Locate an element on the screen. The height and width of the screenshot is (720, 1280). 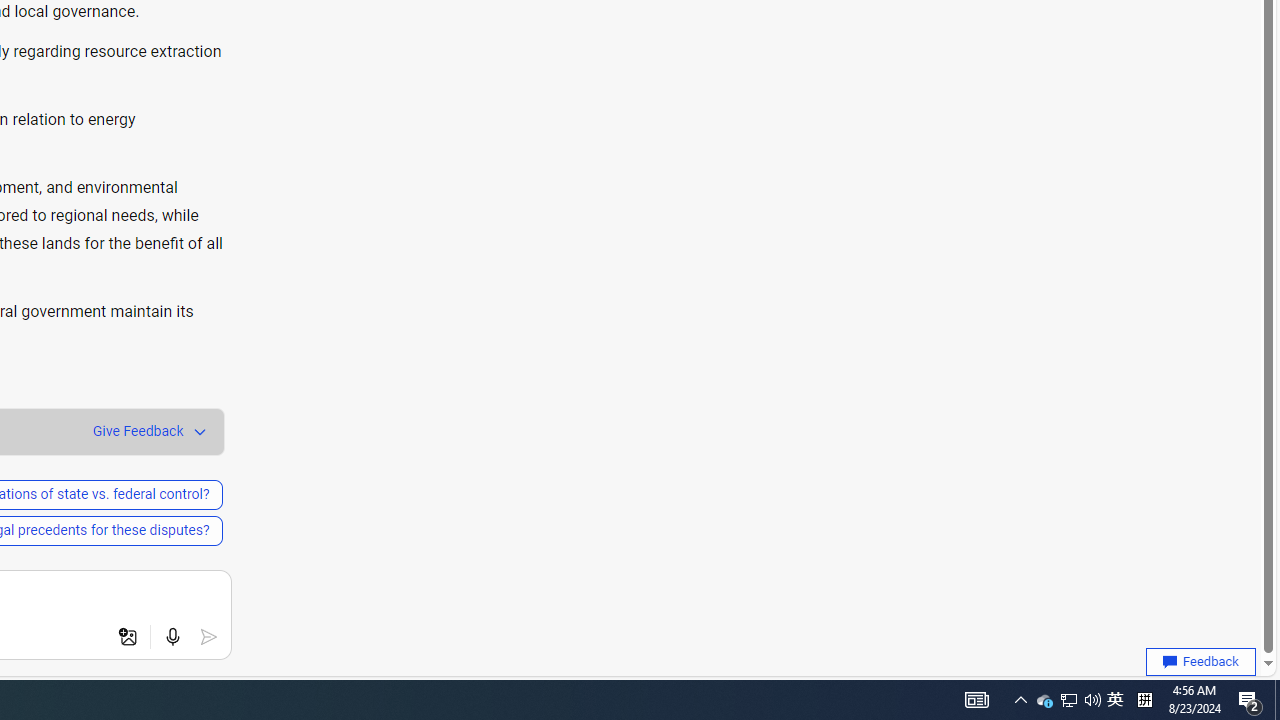
'Use microphone' is located at coordinates (172, 637).